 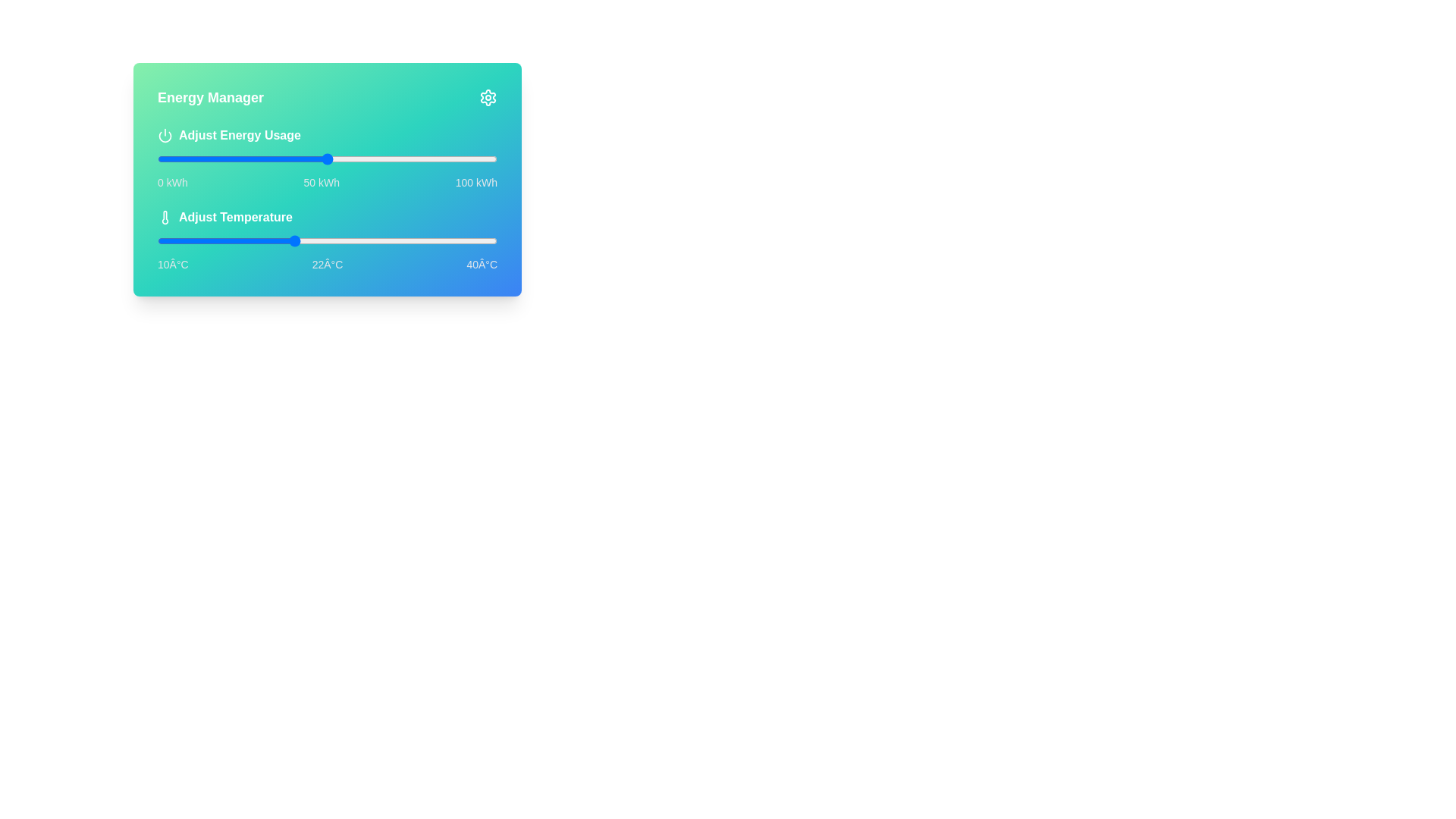 What do you see at coordinates (425, 158) in the screenshot?
I see `the energy usage slider to 79 kWh` at bounding box center [425, 158].